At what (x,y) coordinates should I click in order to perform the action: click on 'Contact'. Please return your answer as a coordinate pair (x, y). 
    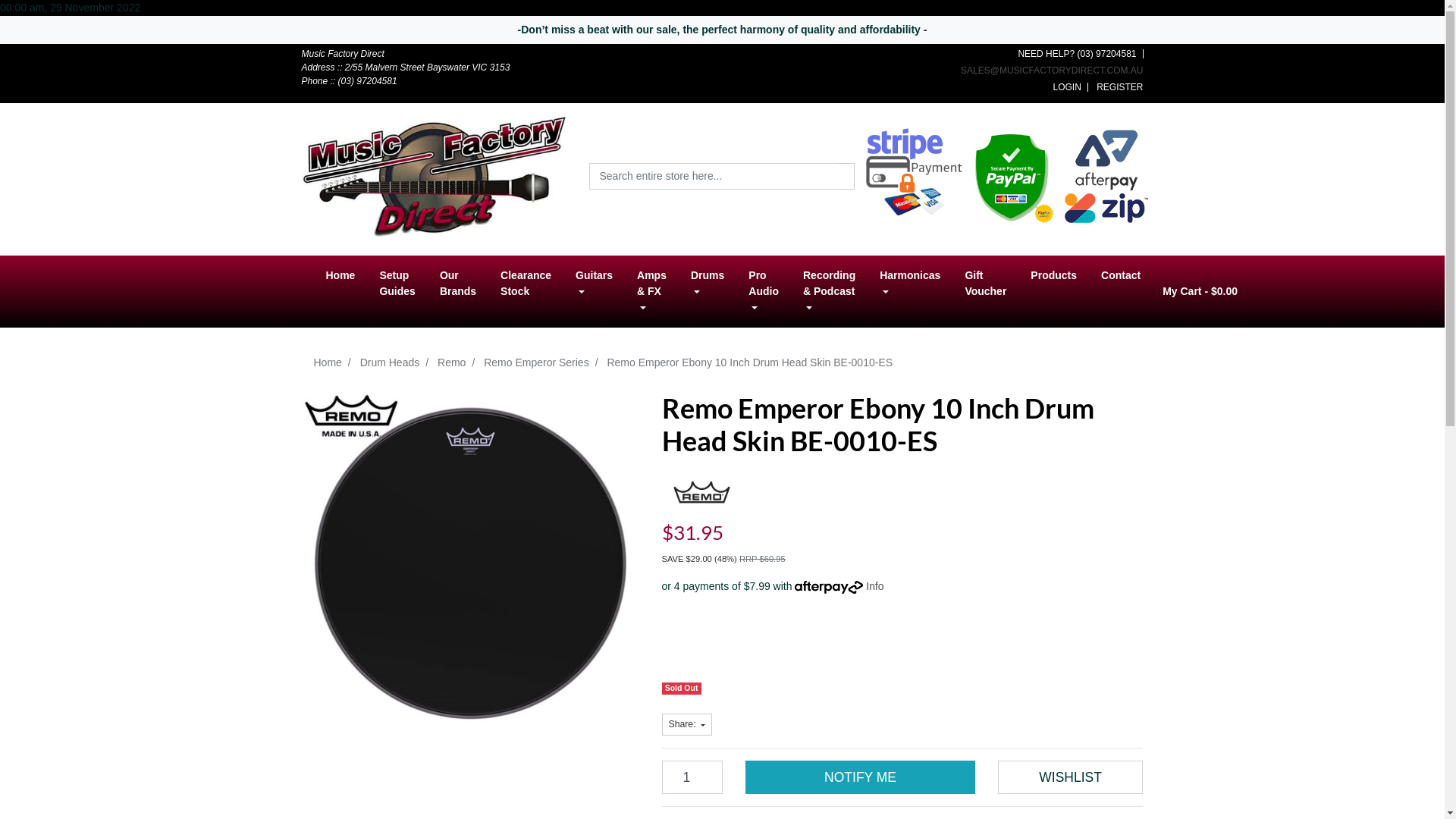
    Looking at the image, I should click on (1121, 275).